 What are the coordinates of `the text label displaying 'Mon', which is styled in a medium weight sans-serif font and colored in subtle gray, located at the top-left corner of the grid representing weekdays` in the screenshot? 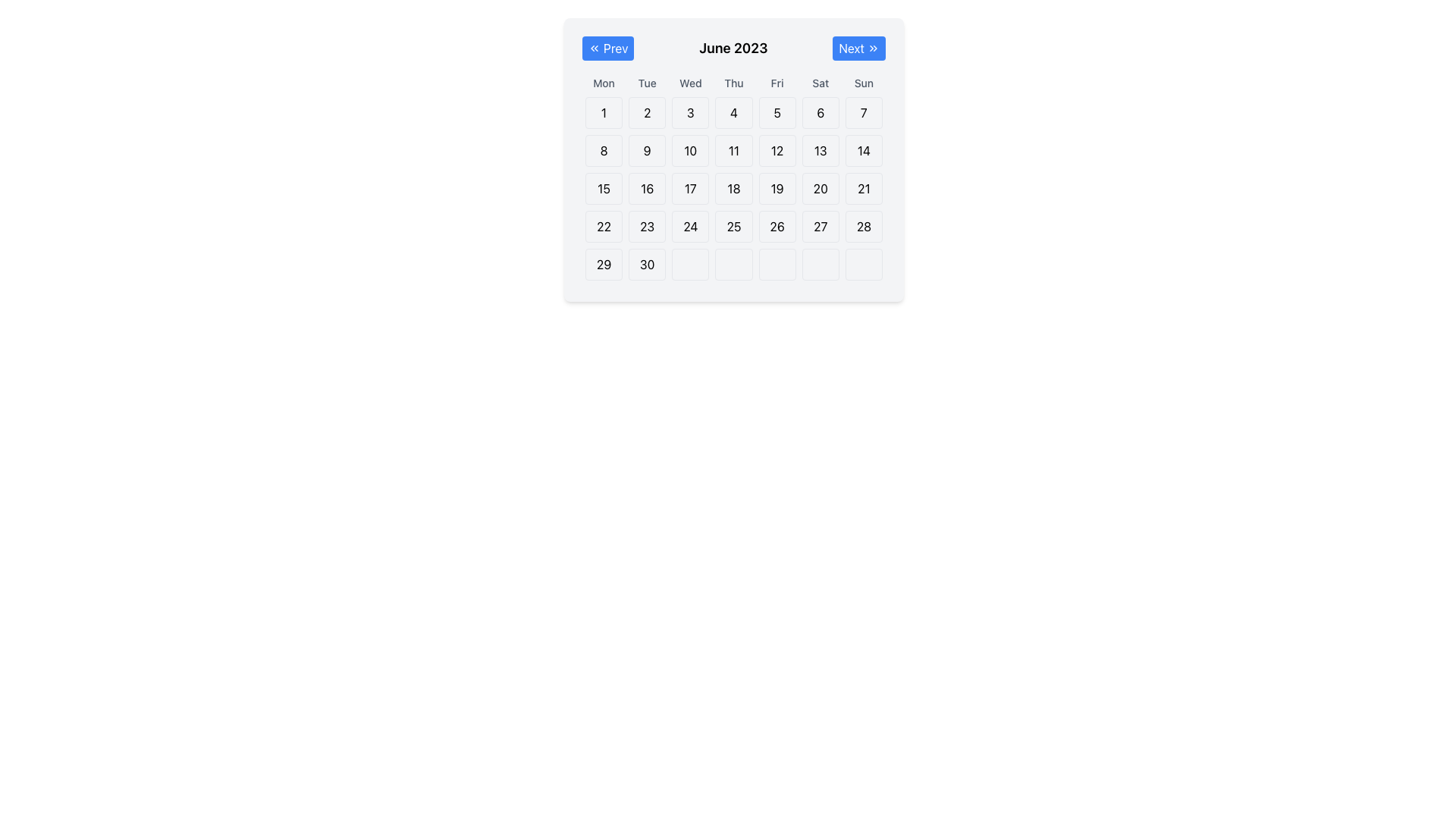 It's located at (603, 83).